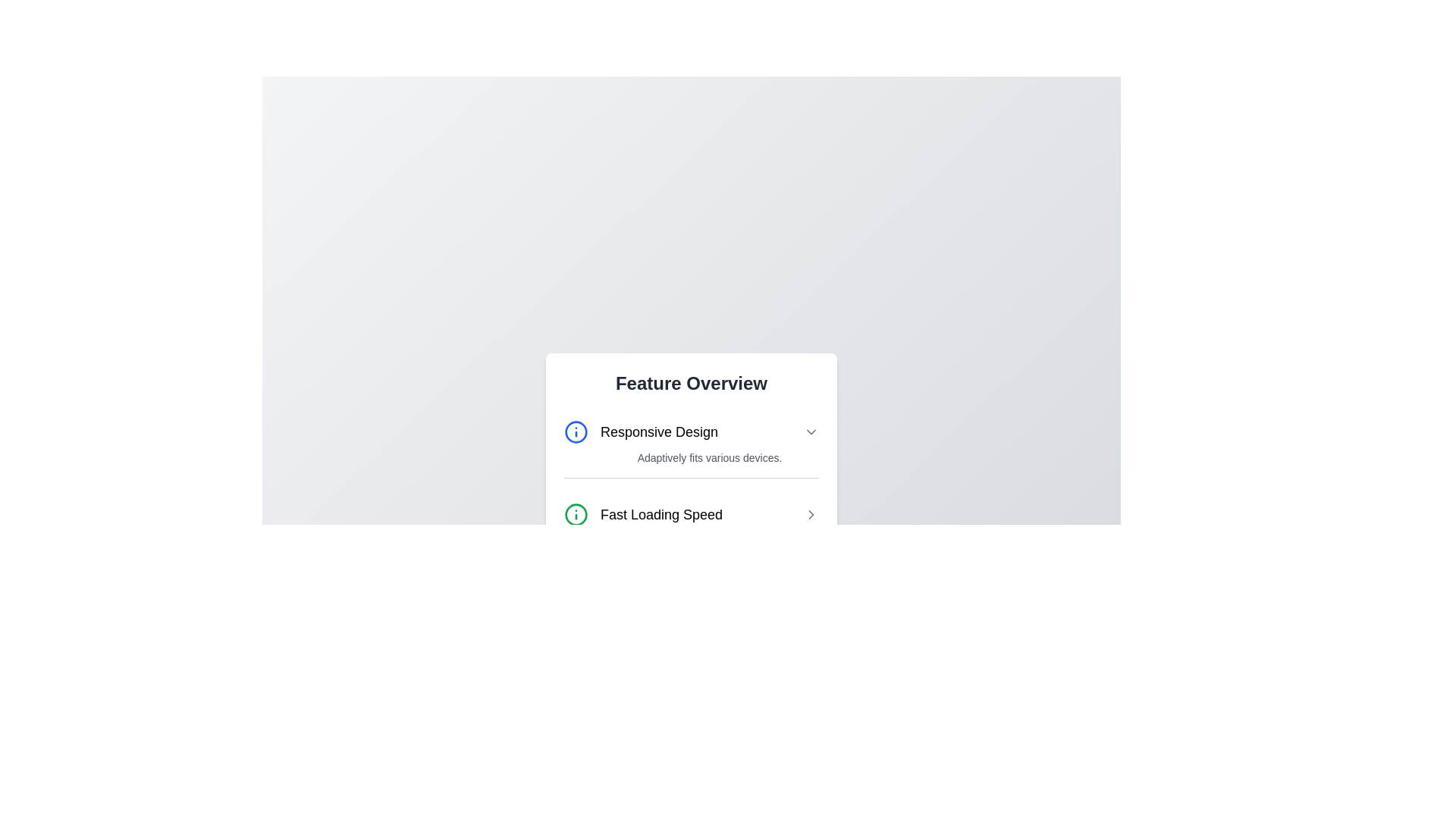 This screenshot has height=819, width=1456. I want to click on the static text element stating 'Adaptively fits various devices.' which is positioned below the header 'Responsive Design.', so click(691, 456).